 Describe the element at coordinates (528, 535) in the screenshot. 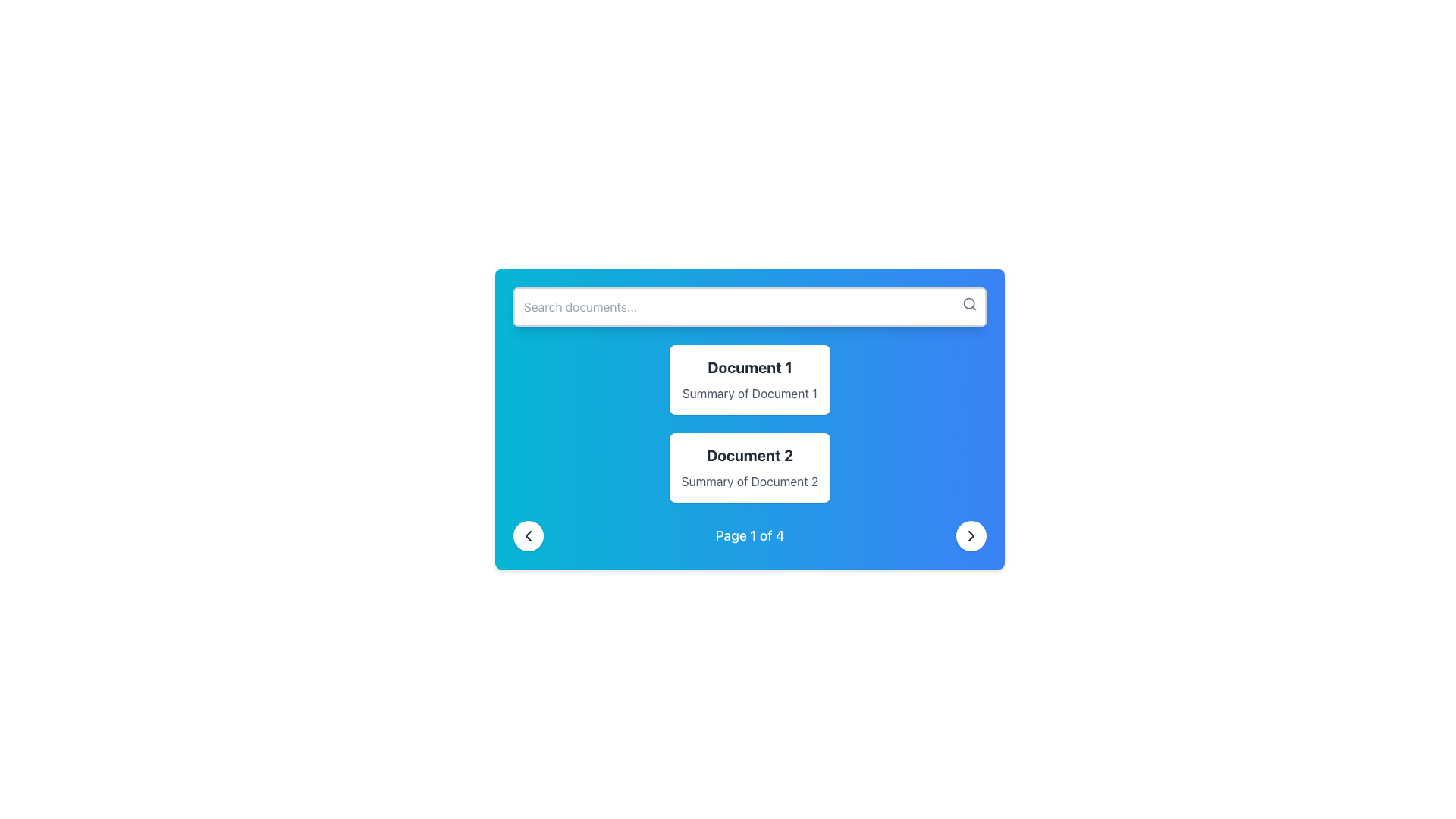

I see `the circular button icon located` at that location.